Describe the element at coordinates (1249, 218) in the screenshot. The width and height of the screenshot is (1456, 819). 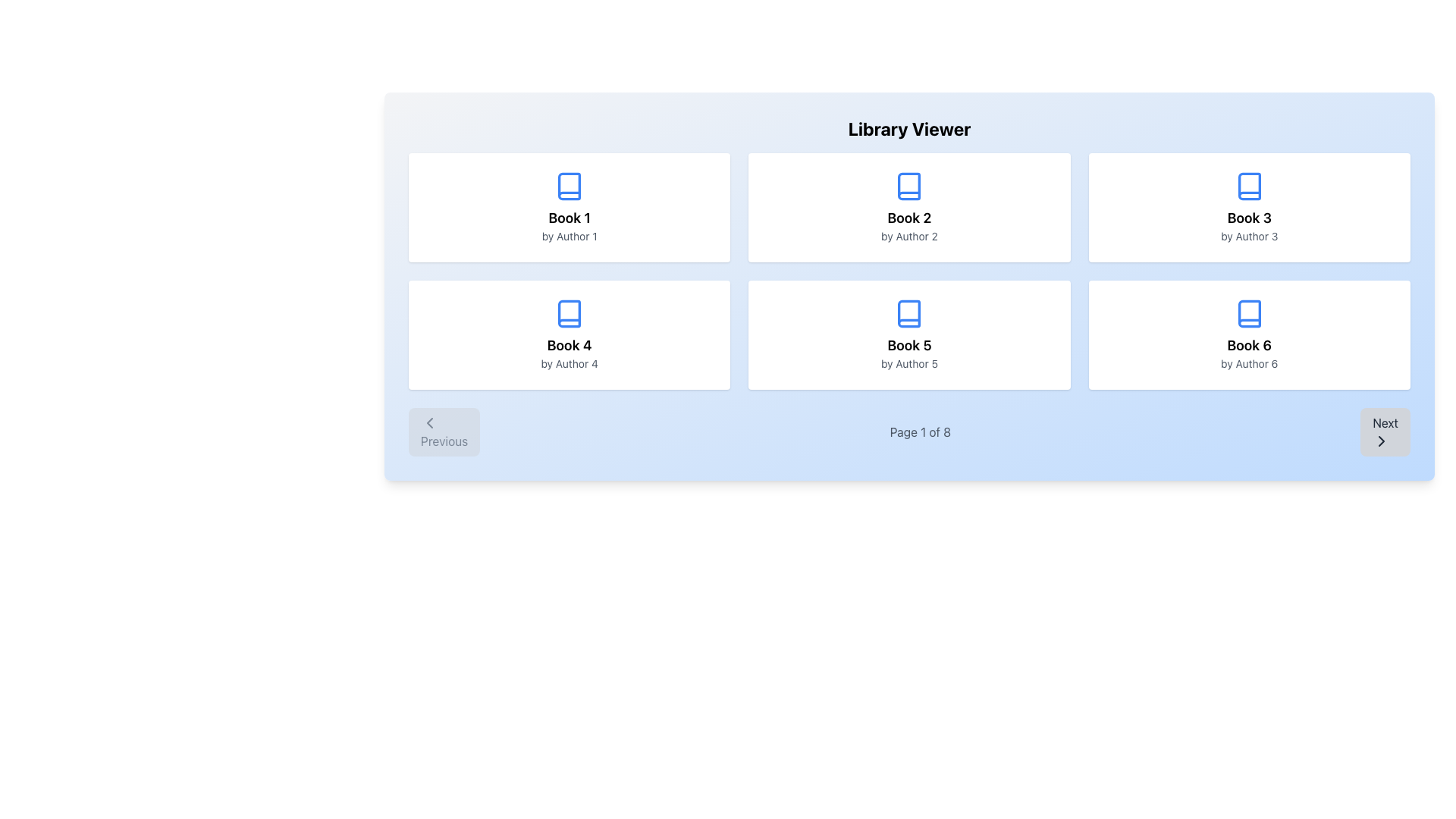
I see `the text label that reads 'Book 3', which is prominently displayed in bold black font at the top center of the book information card` at that location.